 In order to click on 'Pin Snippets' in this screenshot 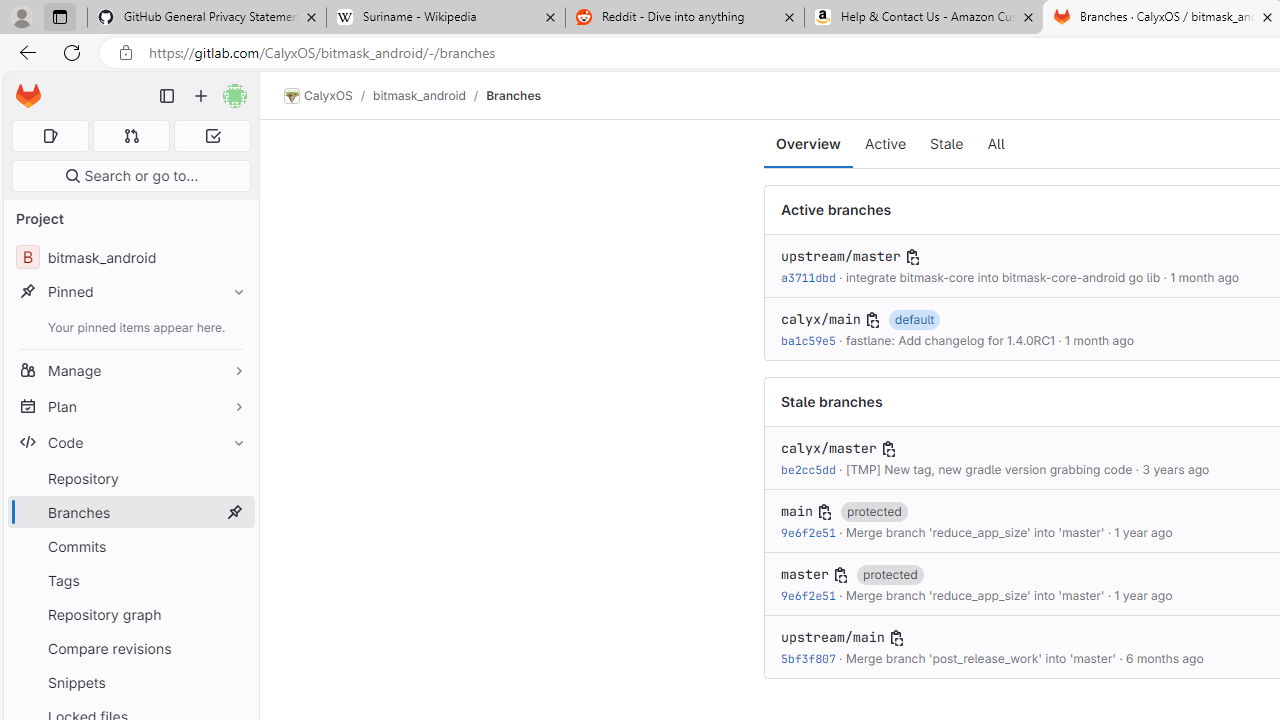, I will do `click(234, 681)`.